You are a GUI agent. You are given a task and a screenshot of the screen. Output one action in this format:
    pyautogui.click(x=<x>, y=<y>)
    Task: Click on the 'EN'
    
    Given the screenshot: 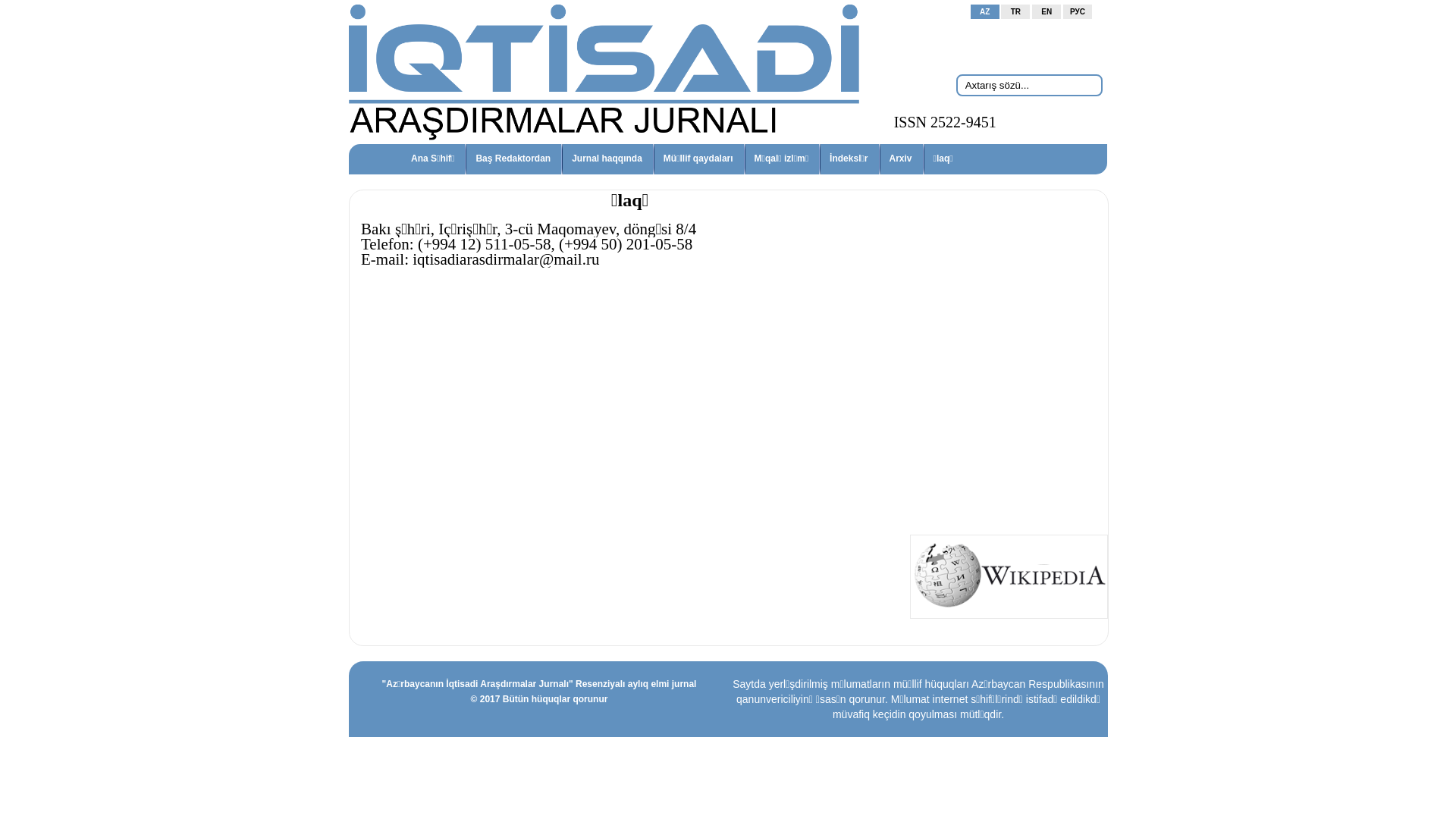 What is the action you would take?
    pyautogui.click(x=1046, y=11)
    